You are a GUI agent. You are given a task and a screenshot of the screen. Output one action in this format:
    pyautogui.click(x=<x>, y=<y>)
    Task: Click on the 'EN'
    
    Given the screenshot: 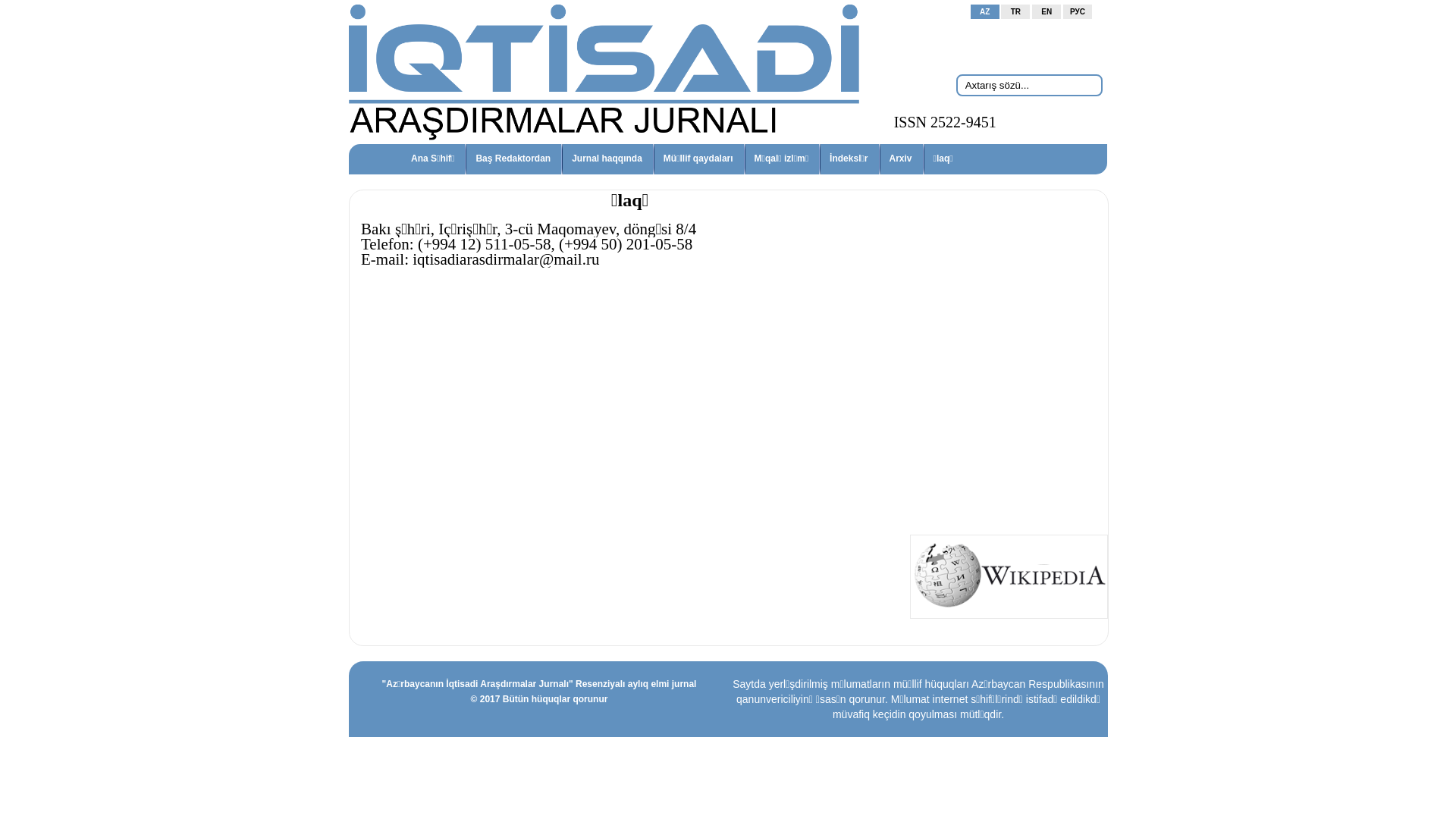 What is the action you would take?
    pyautogui.click(x=1046, y=11)
    